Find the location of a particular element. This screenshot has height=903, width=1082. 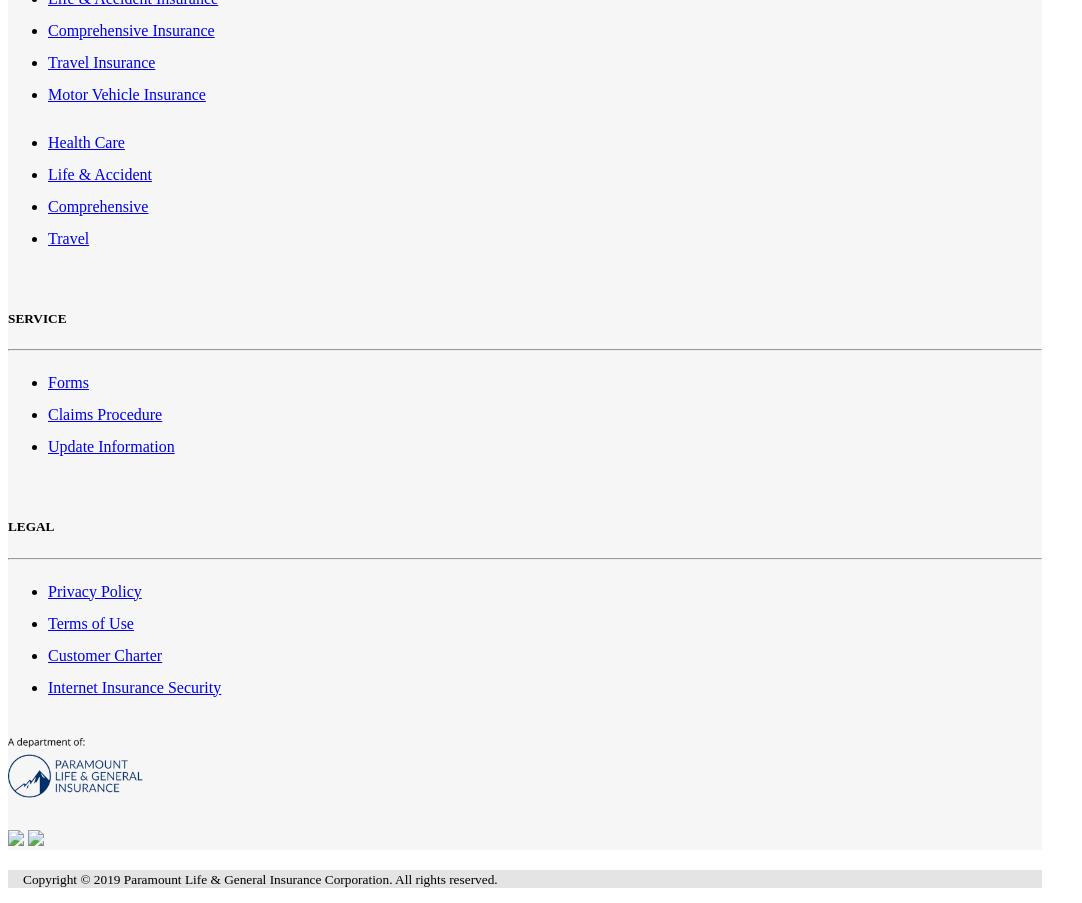

'Comprehensive' is located at coordinates (97, 205).